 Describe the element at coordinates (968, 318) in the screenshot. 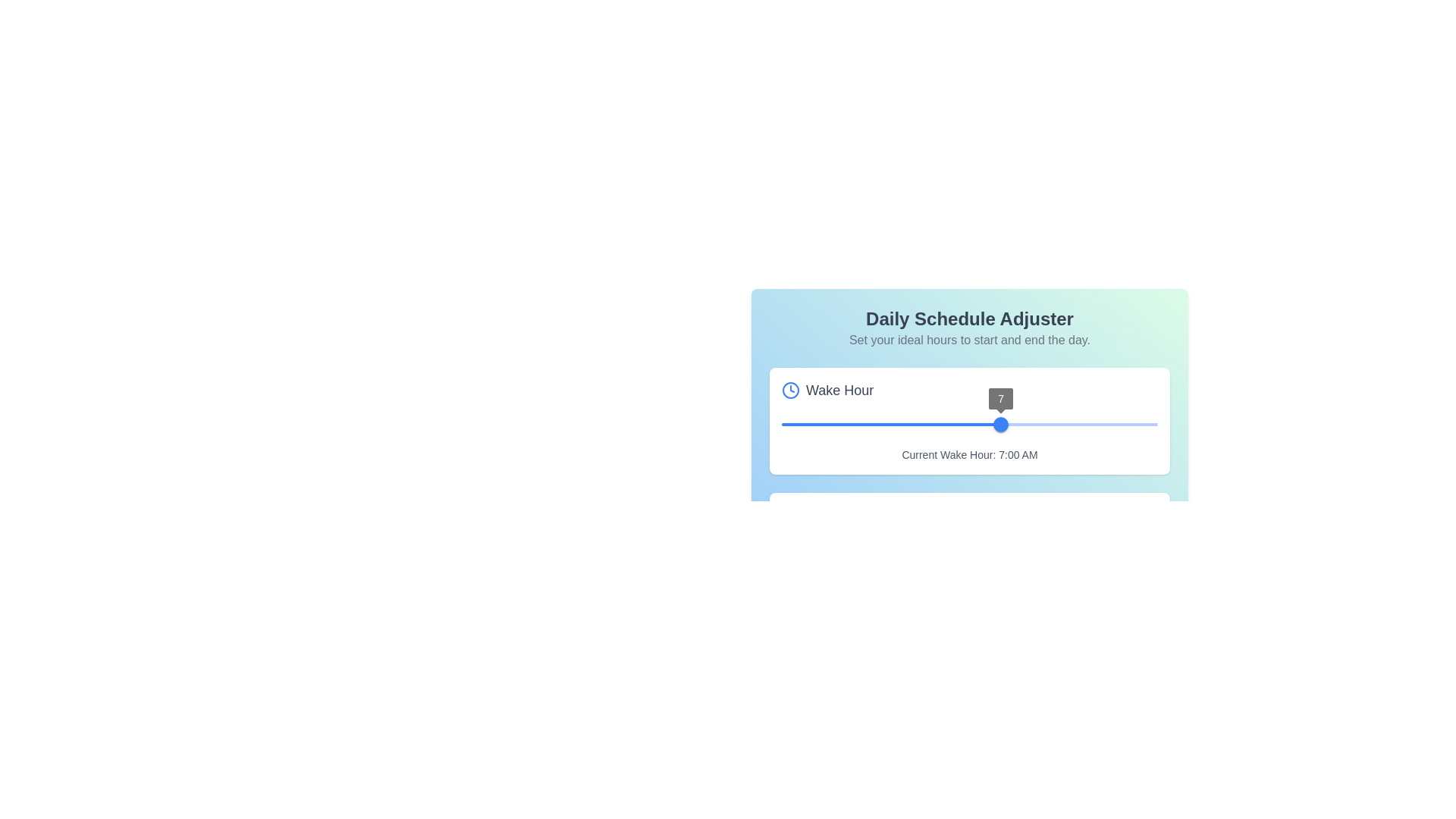

I see `the static text label 'Daily Schedule Adjuster', which is a large heading in bold and dark color, centrally aligned above the subtitle` at that location.